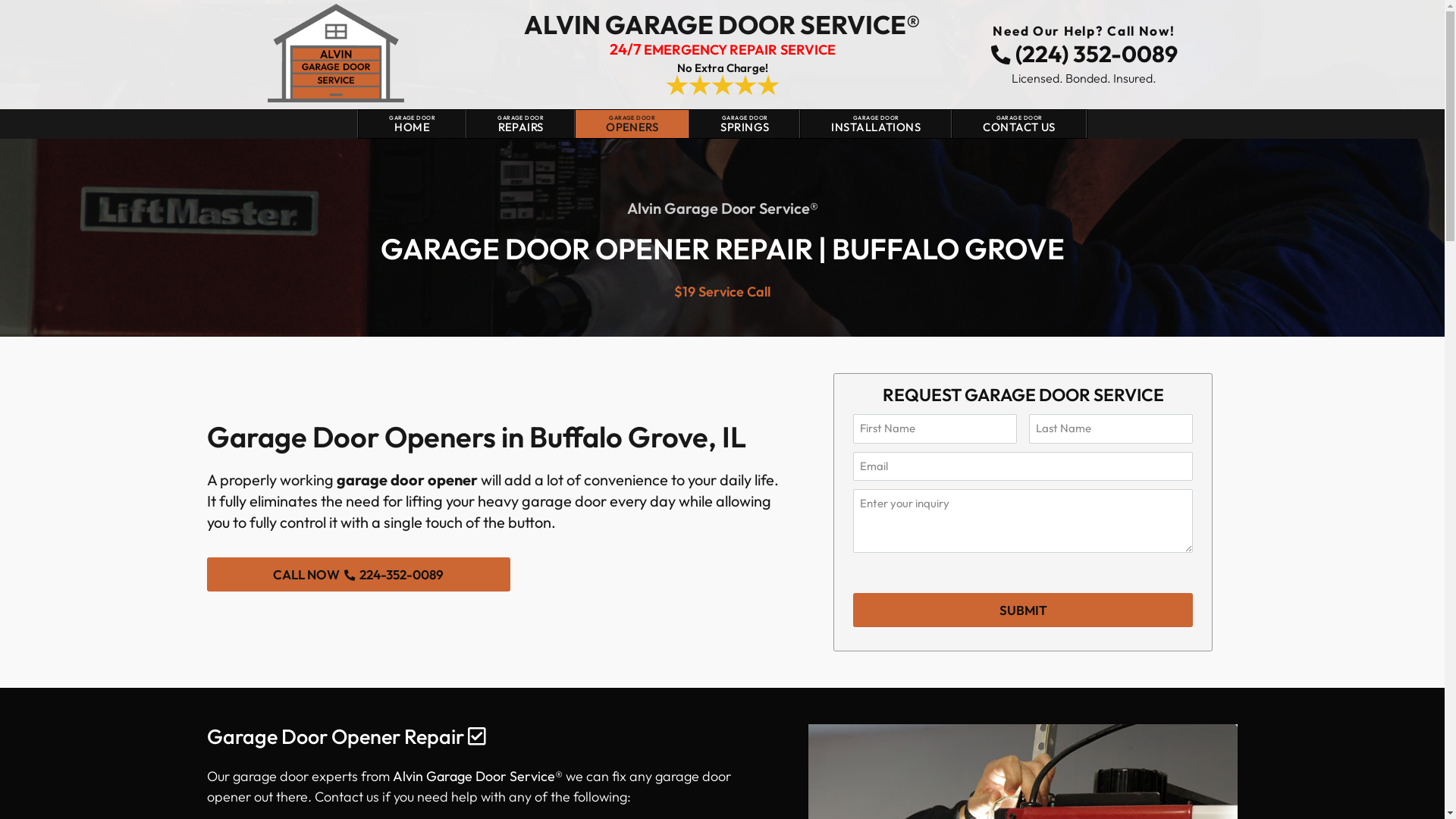  Describe the element at coordinates (1083, 45) in the screenshot. I see `'Need Our Help? Call Now!` at that location.